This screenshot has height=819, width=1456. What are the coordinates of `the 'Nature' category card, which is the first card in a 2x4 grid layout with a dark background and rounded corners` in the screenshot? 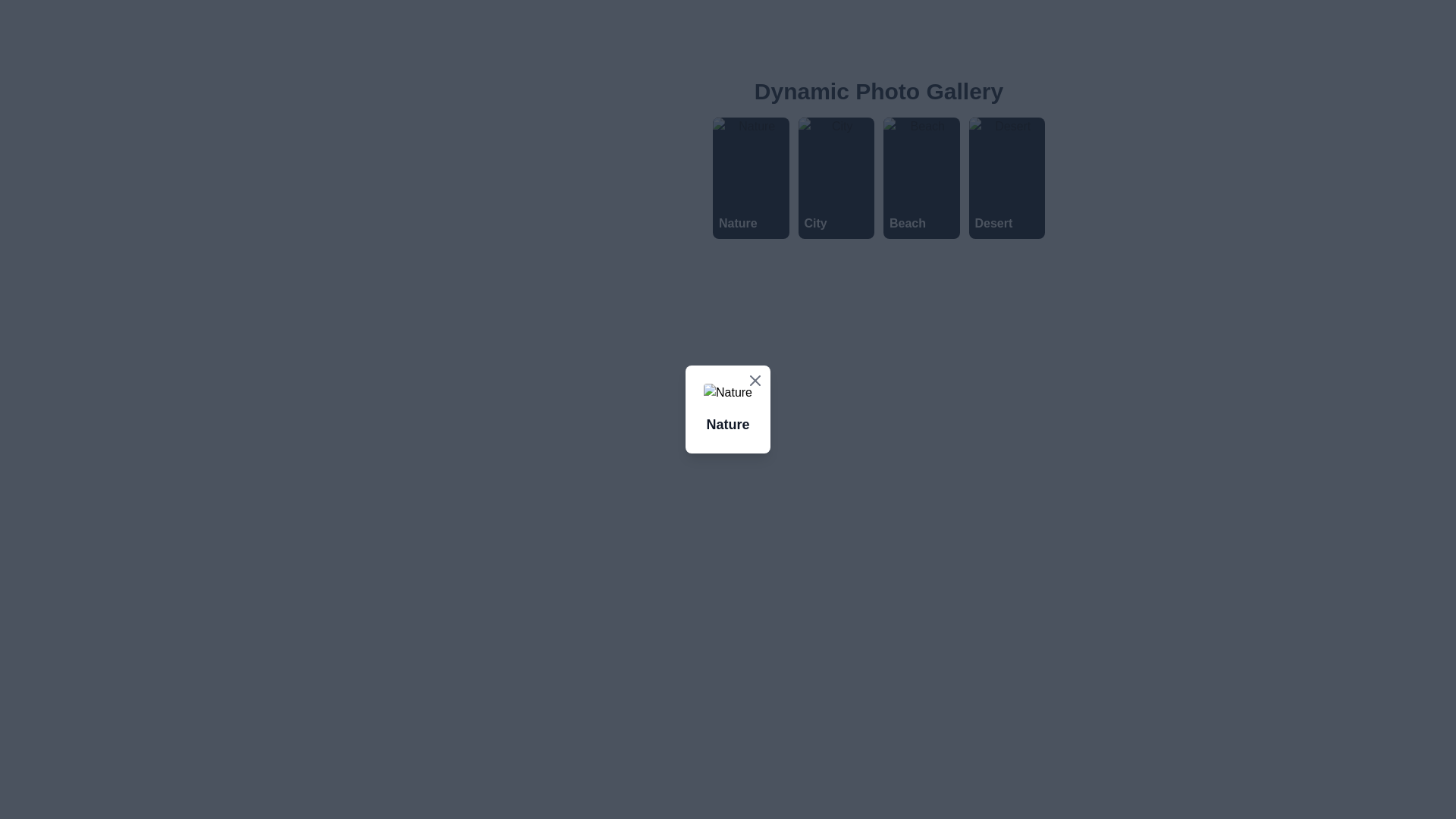 It's located at (751, 177).